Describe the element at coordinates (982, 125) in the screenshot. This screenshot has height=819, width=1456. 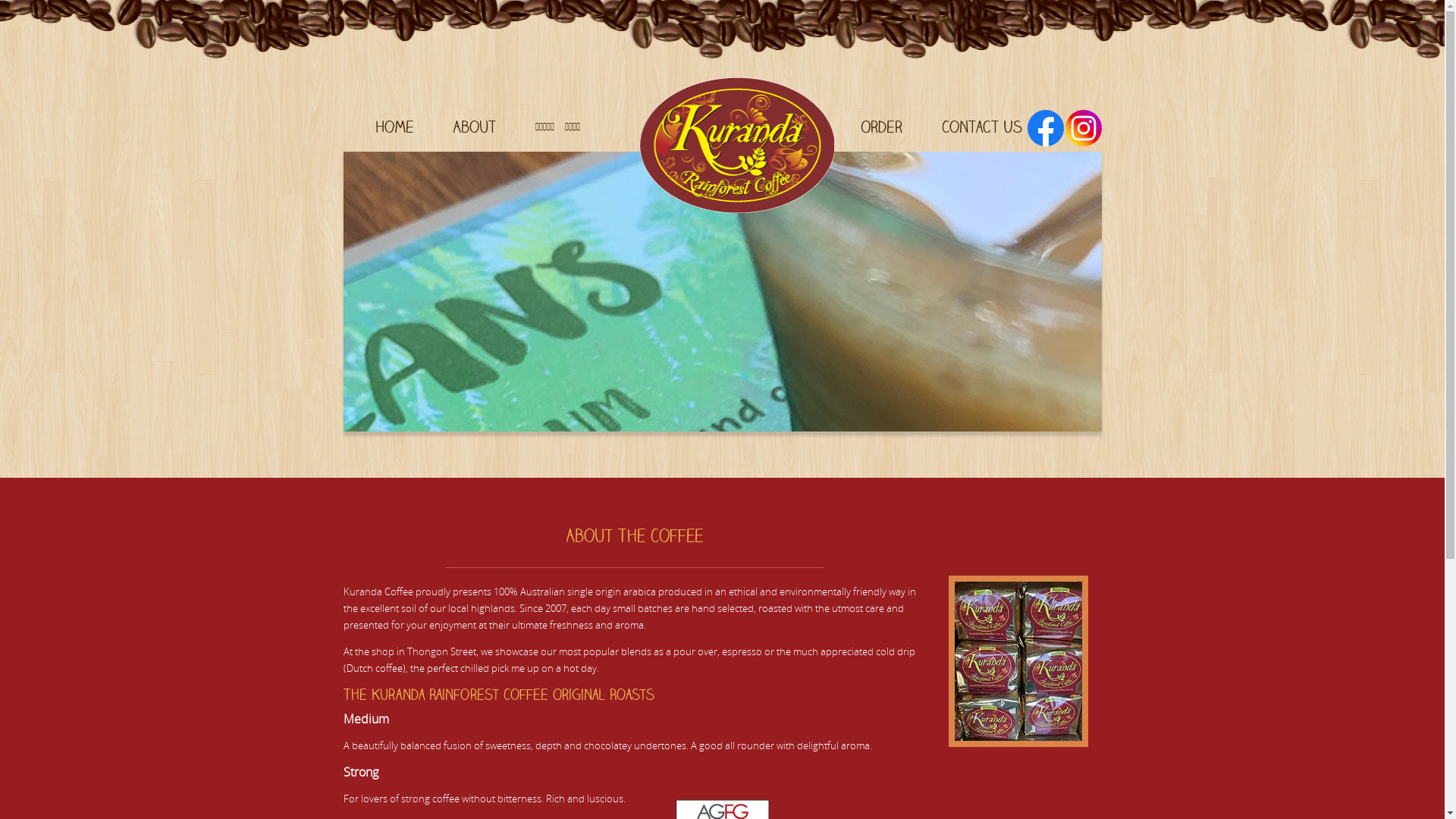
I see `'Contact Us'` at that location.